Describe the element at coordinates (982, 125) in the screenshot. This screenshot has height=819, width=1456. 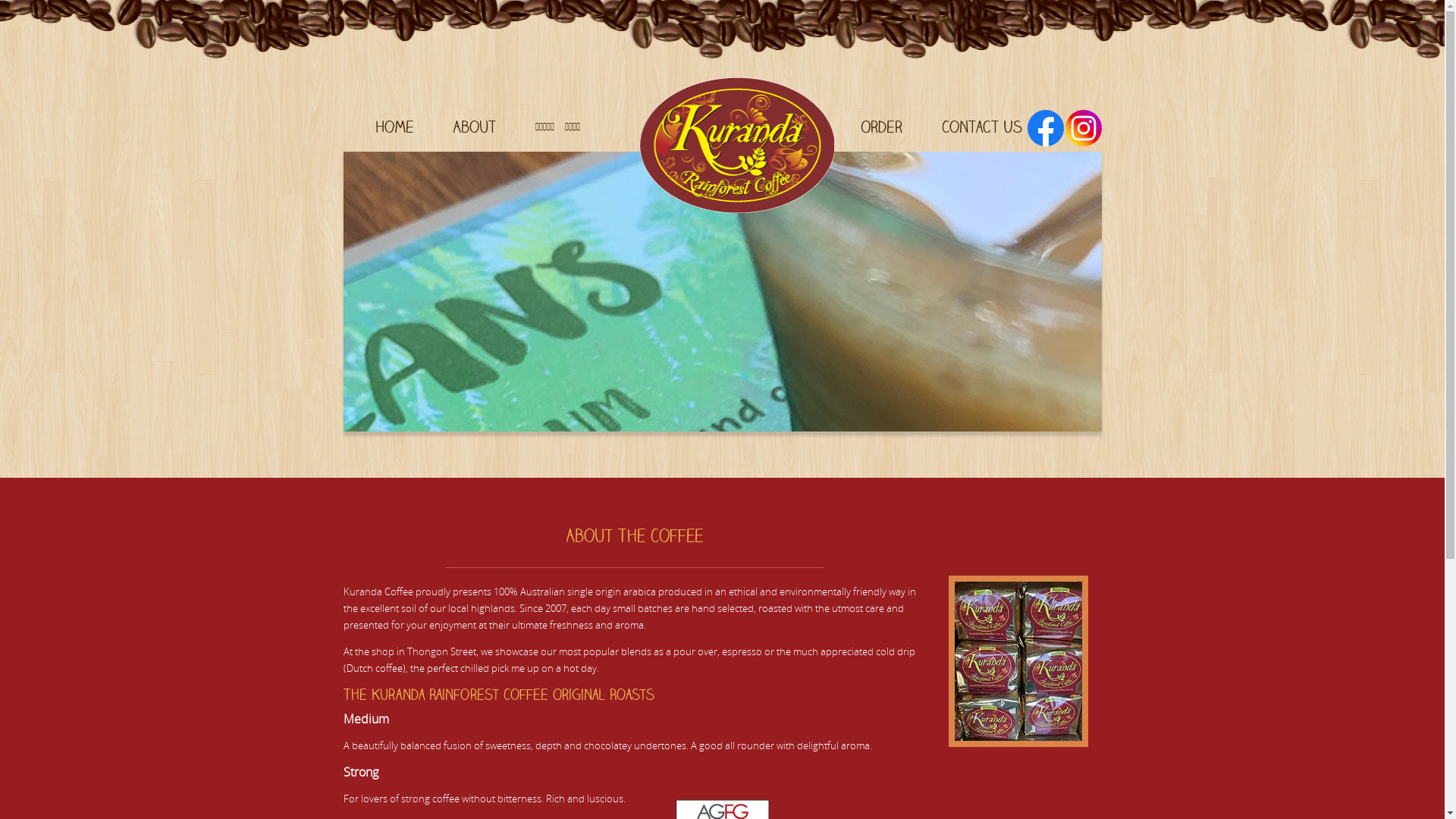
I see `'Contact Us'` at that location.